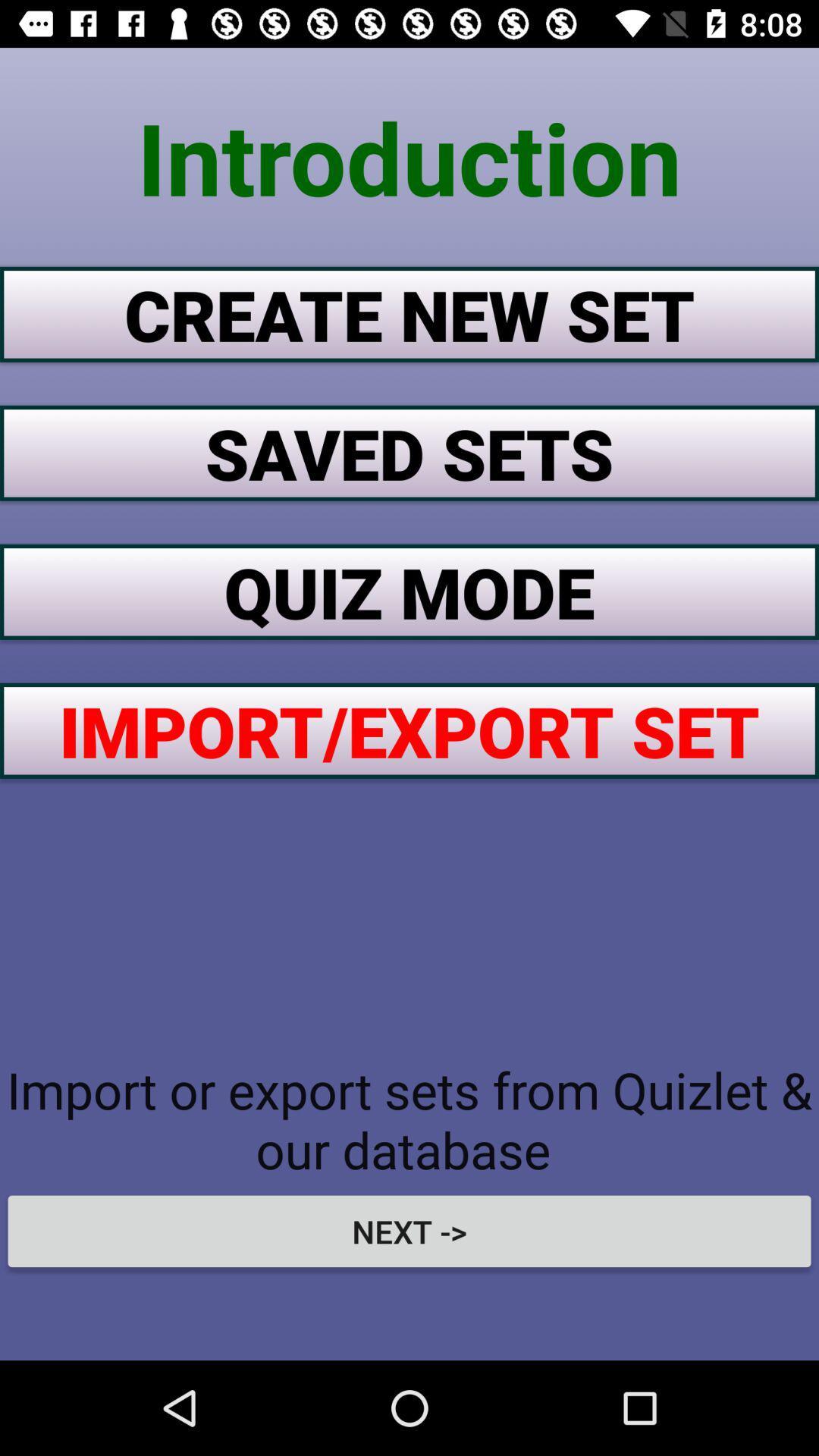 The image size is (819, 1456). I want to click on the next ->, so click(409, 1231).